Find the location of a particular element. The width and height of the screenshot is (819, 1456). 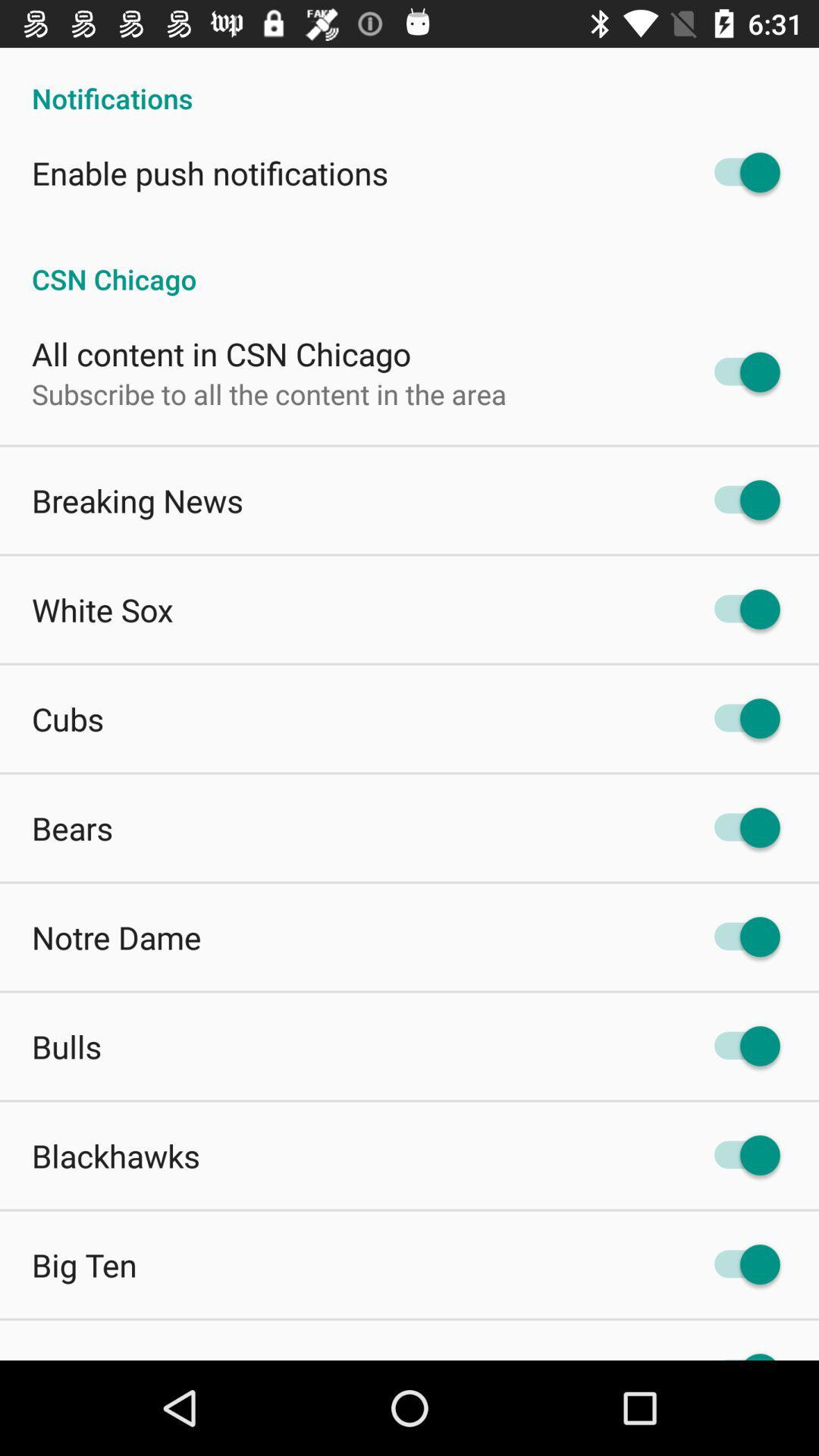

white sox item is located at coordinates (102, 610).